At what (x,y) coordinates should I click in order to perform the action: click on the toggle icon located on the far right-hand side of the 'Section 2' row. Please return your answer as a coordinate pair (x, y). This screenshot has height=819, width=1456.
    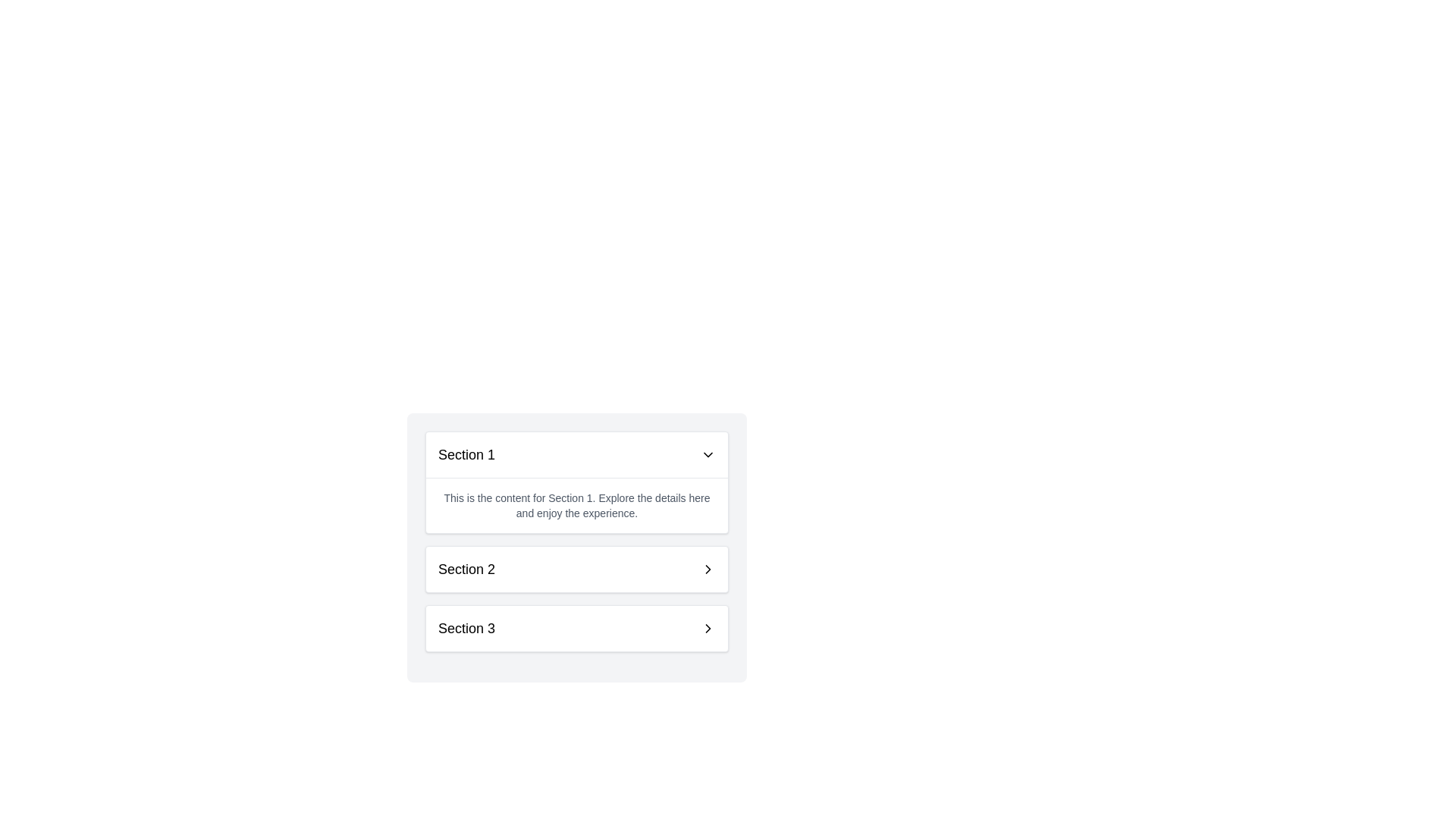
    Looking at the image, I should click on (708, 570).